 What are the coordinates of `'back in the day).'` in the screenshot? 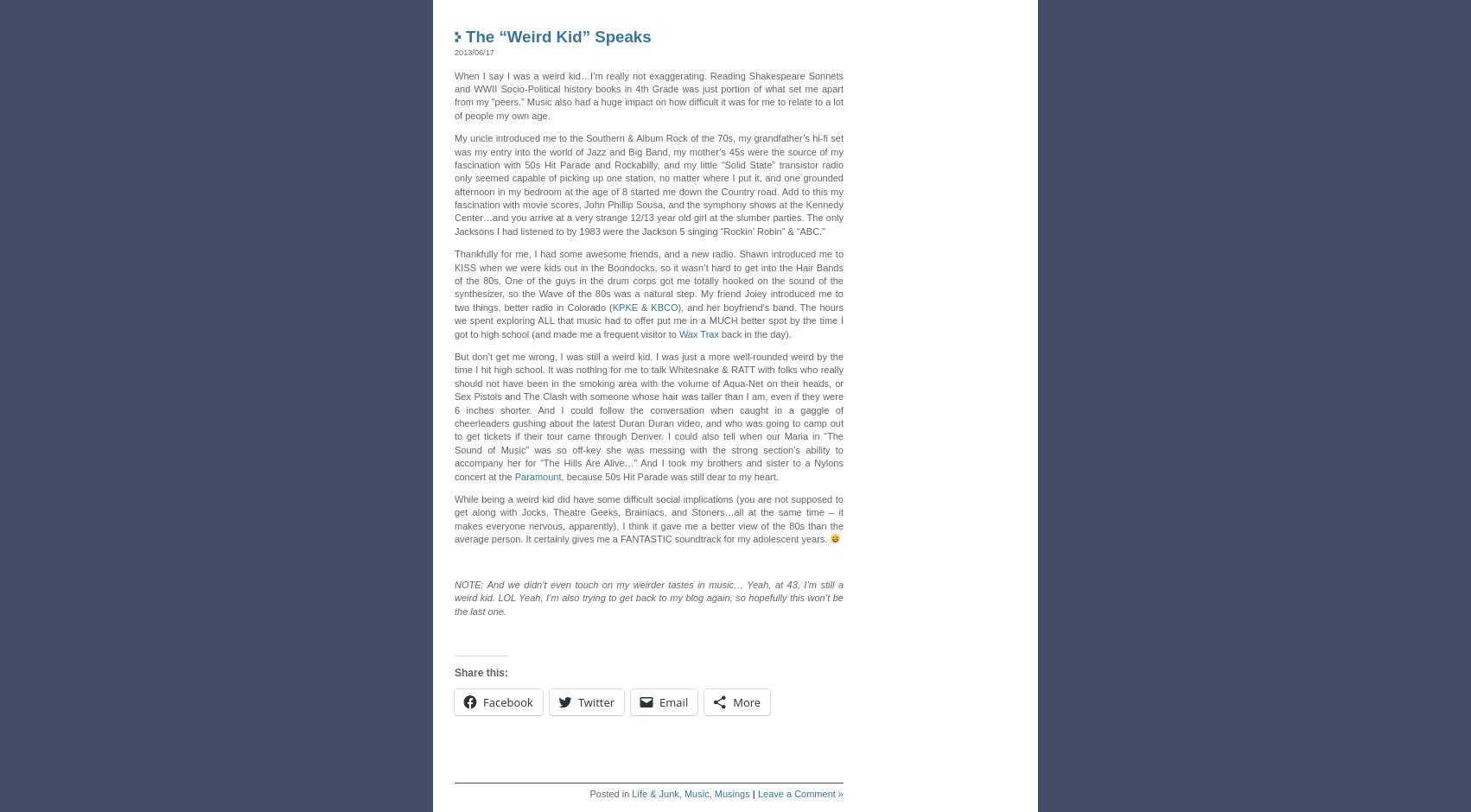 It's located at (754, 332).